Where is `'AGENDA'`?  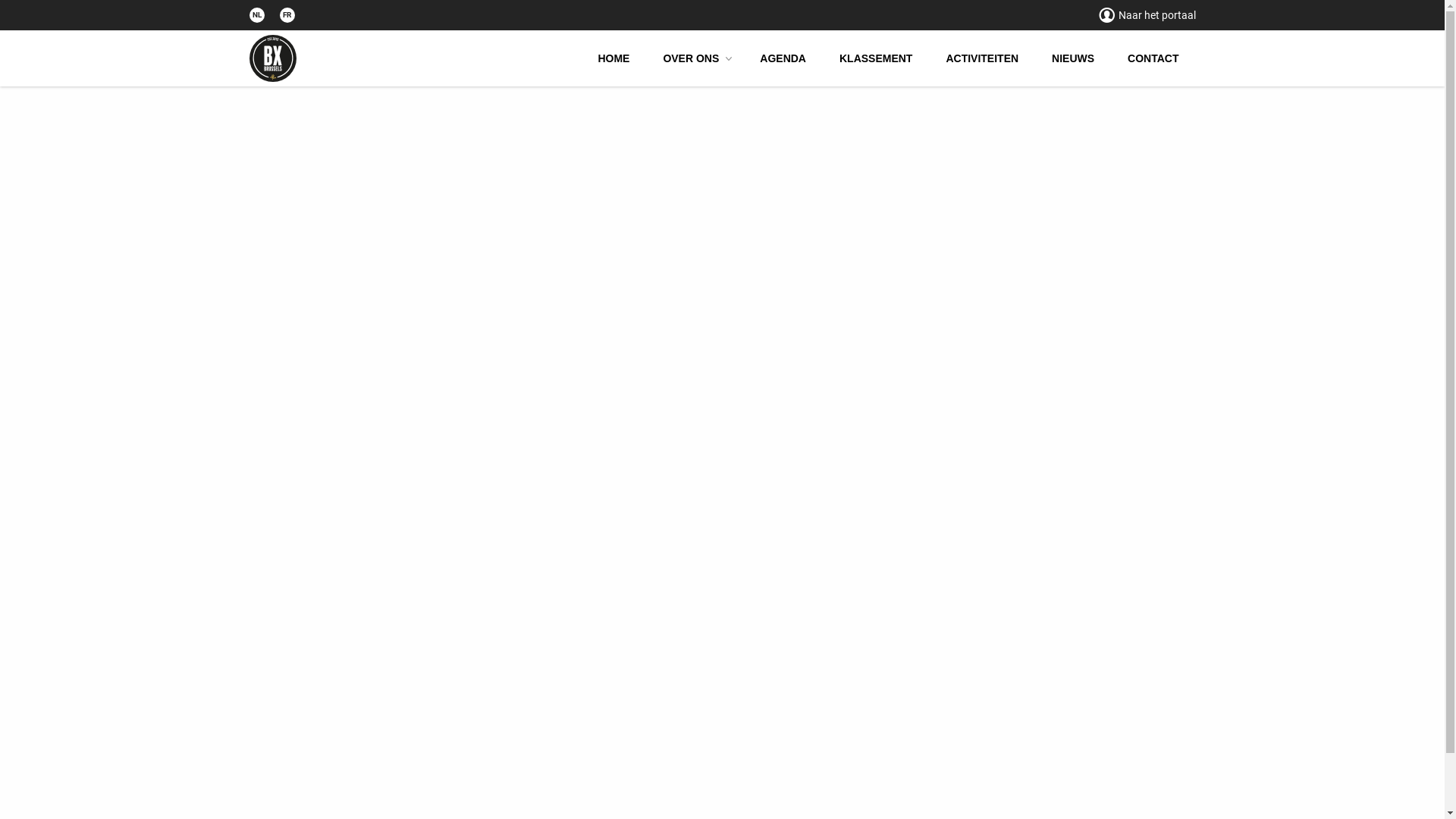 'AGENDA' is located at coordinates (783, 58).